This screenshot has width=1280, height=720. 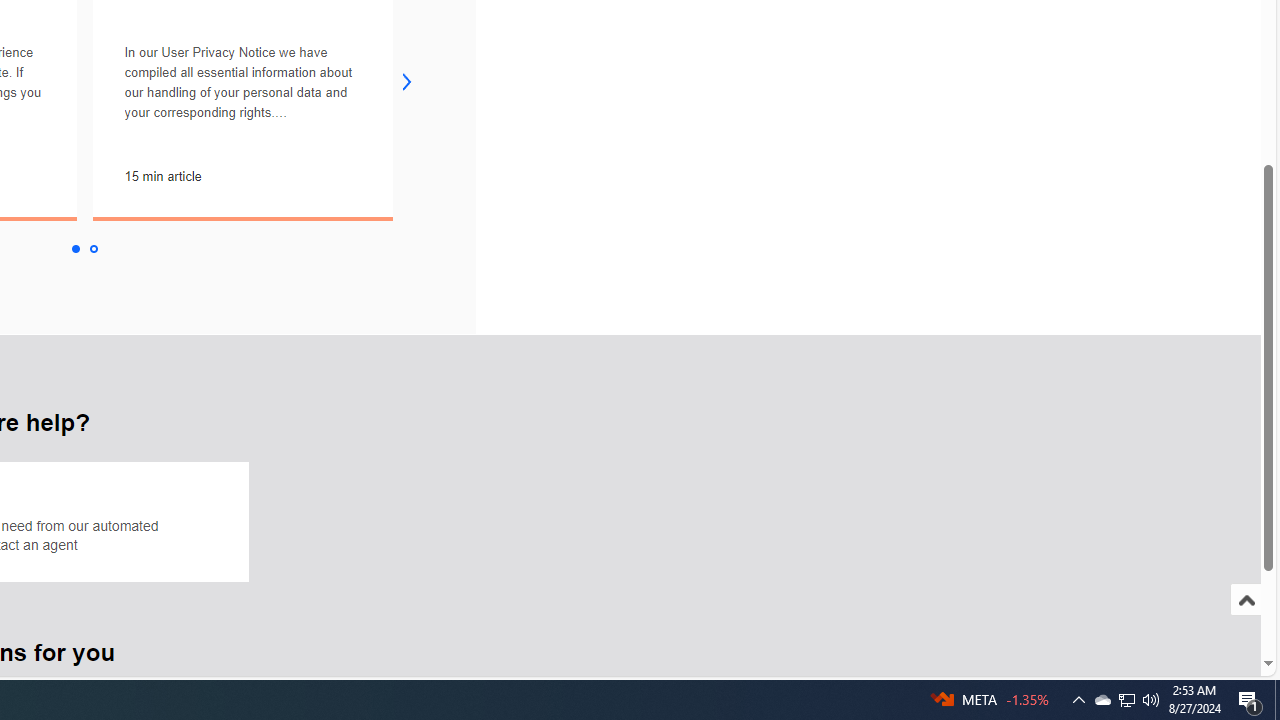 I want to click on 'next slide', so click(x=406, y=80).